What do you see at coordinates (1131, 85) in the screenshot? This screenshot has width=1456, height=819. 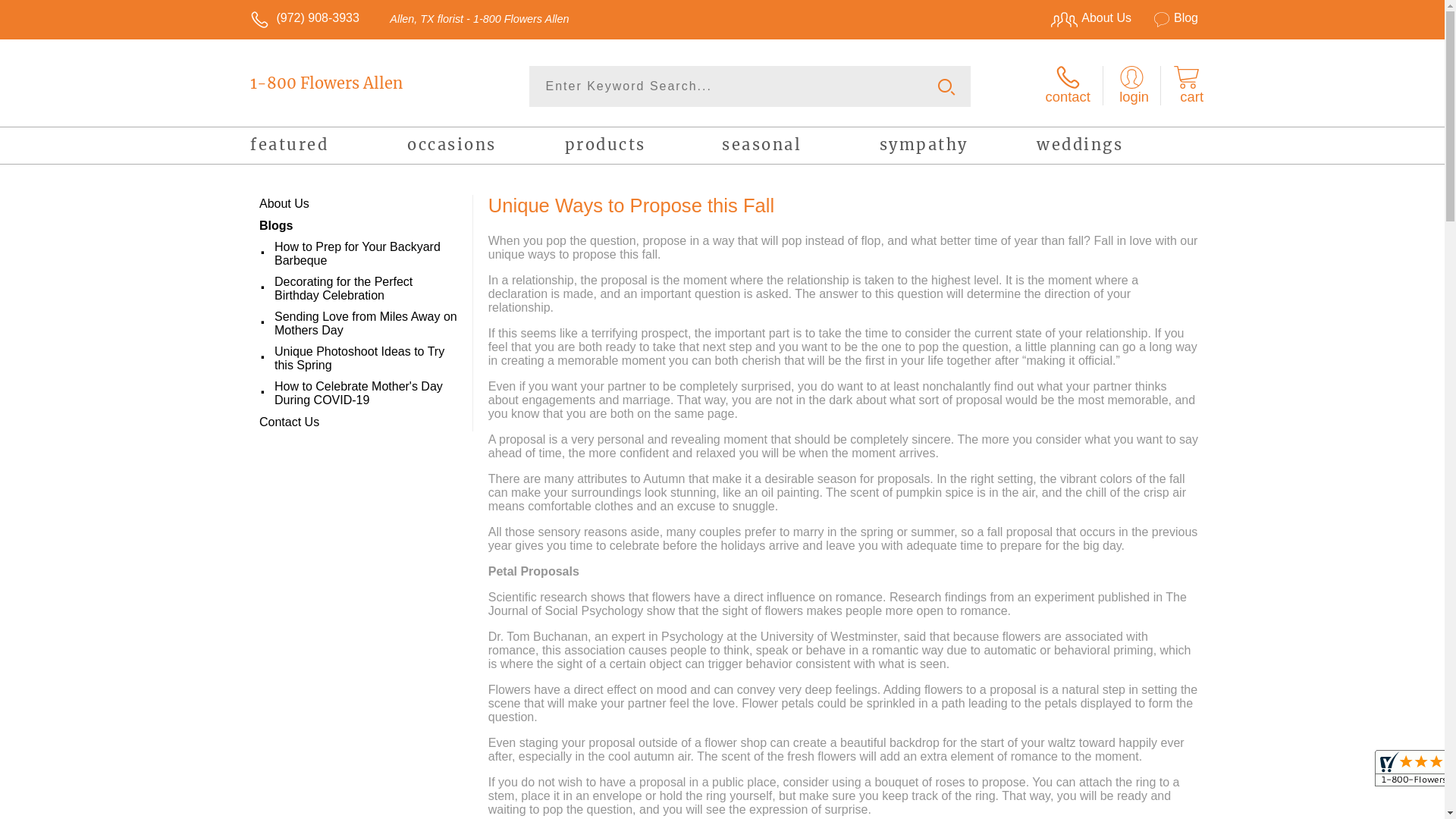 I see `'login or register` at bounding box center [1131, 85].